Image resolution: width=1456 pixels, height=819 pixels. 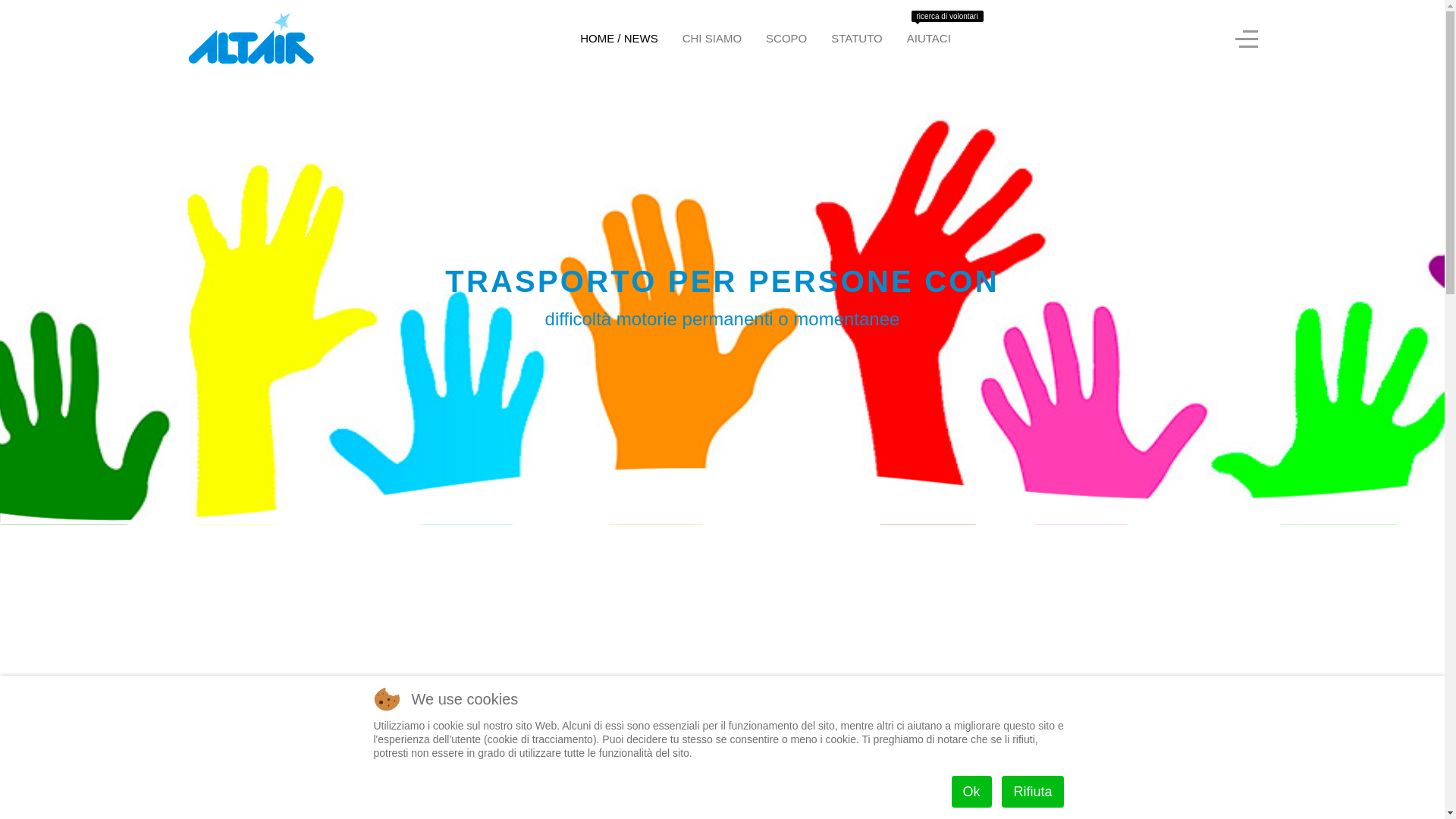 I want to click on 'Rifiuta', so click(x=1031, y=791).